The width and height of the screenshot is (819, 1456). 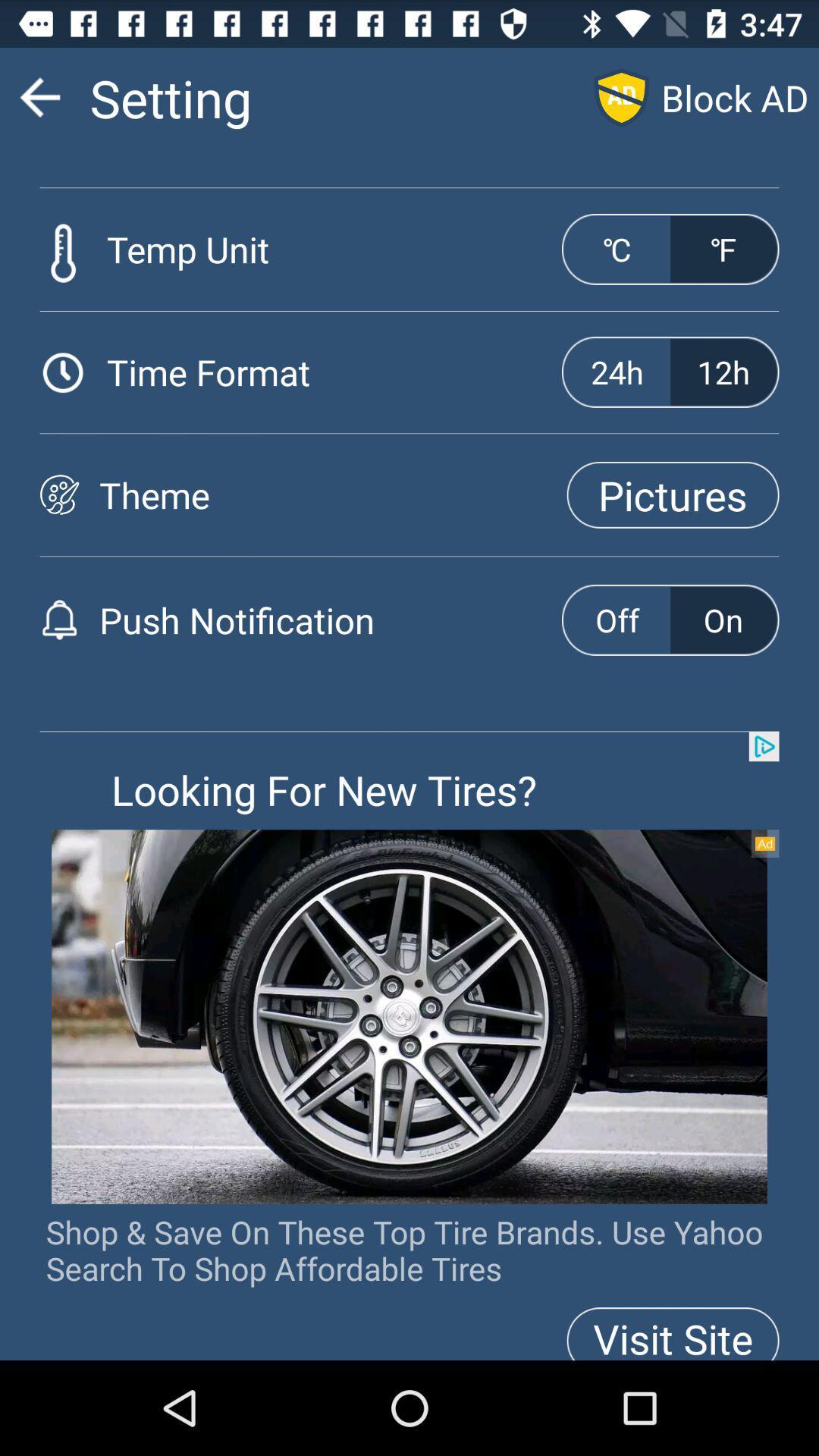 What do you see at coordinates (617, 620) in the screenshot?
I see `off botton which is below pictures` at bounding box center [617, 620].